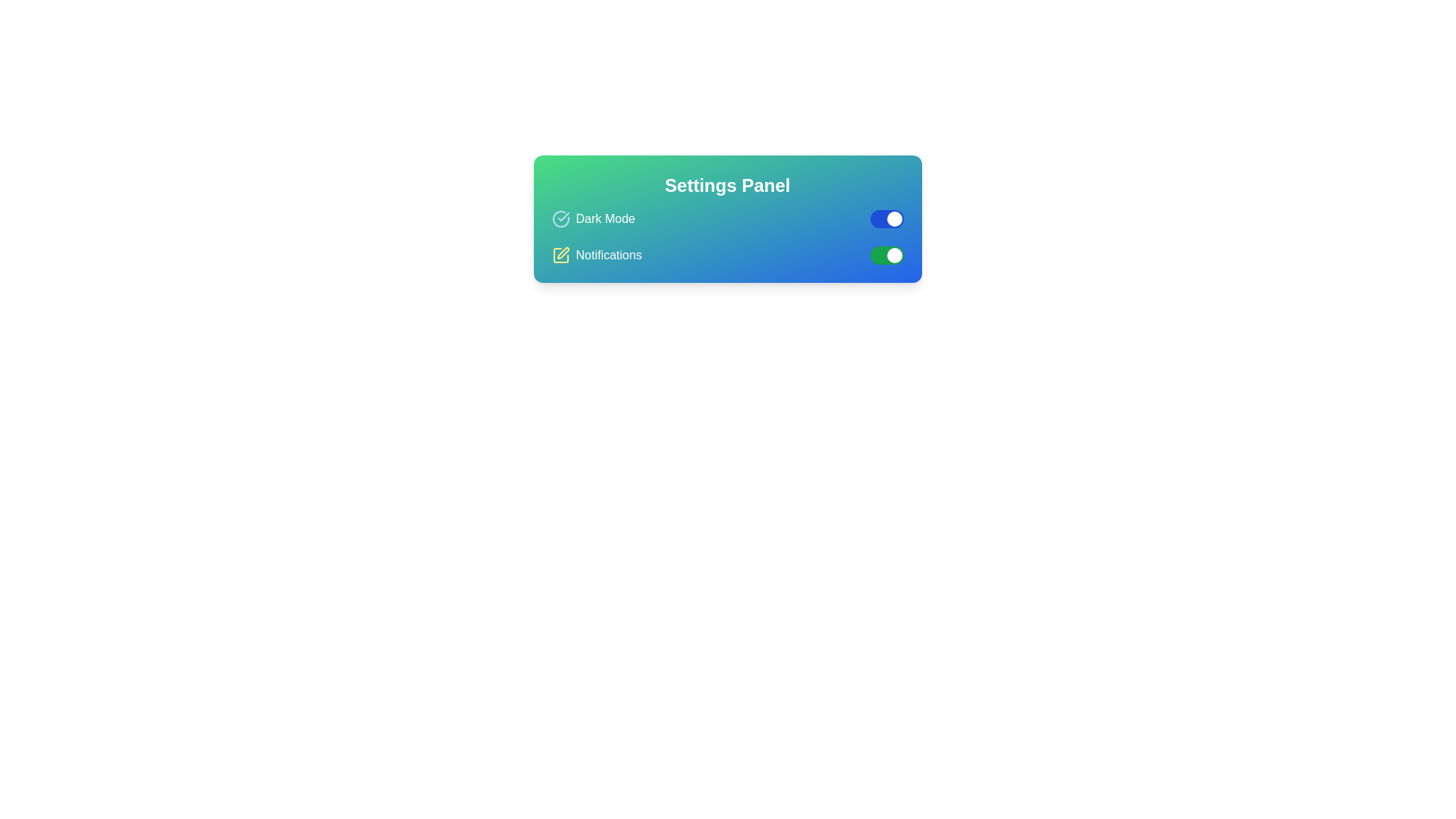  Describe the element at coordinates (886, 219) in the screenshot. I see `the toggle switch styled with a blue background and a white circular knob indicating an 'on' state` at that location.